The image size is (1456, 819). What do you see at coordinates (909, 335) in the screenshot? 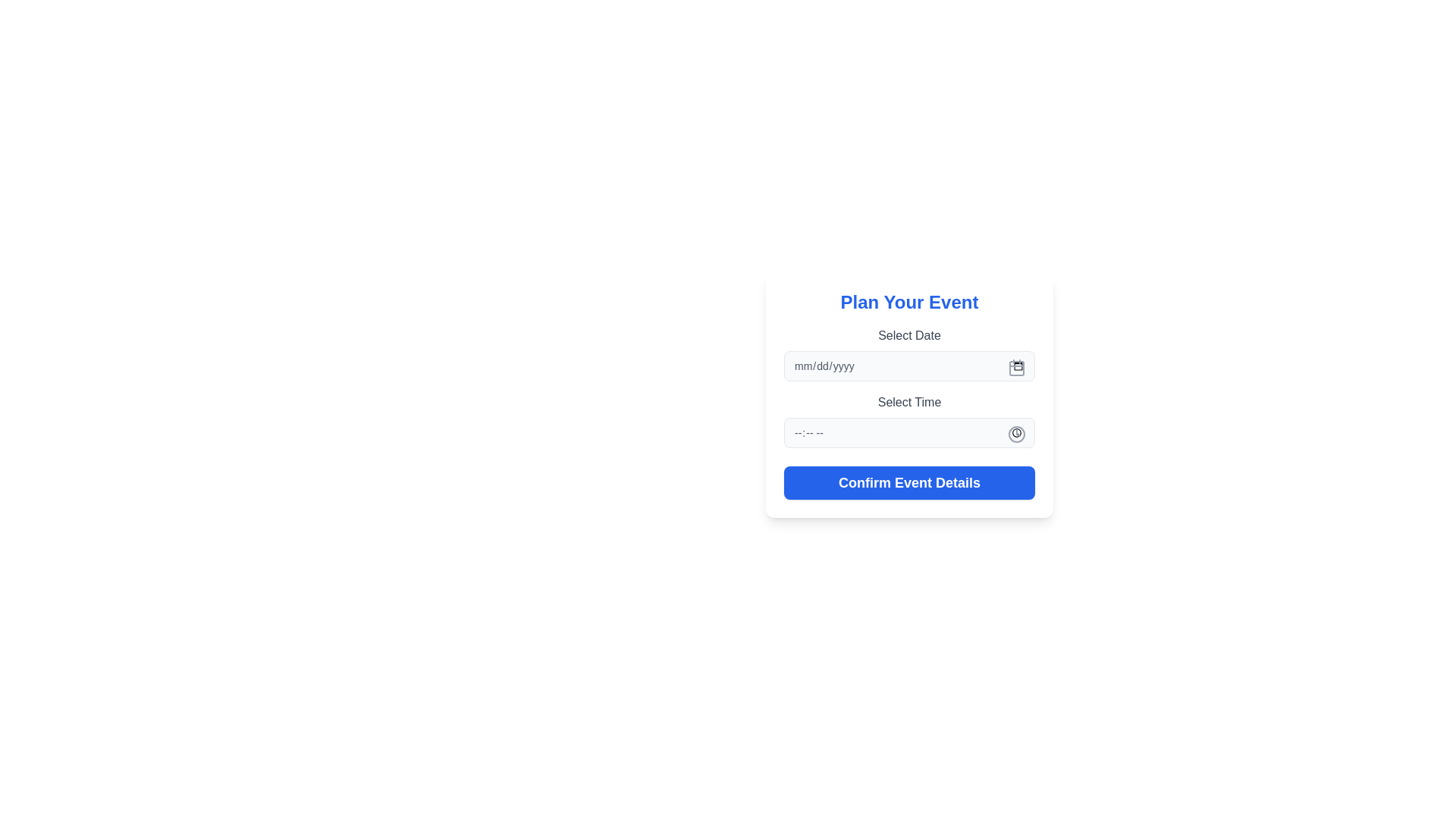
I see `the 'Select Date' text label, which is positioned above the date input field within the 'Plan Your Event' form` at bounding box center [909, 335].